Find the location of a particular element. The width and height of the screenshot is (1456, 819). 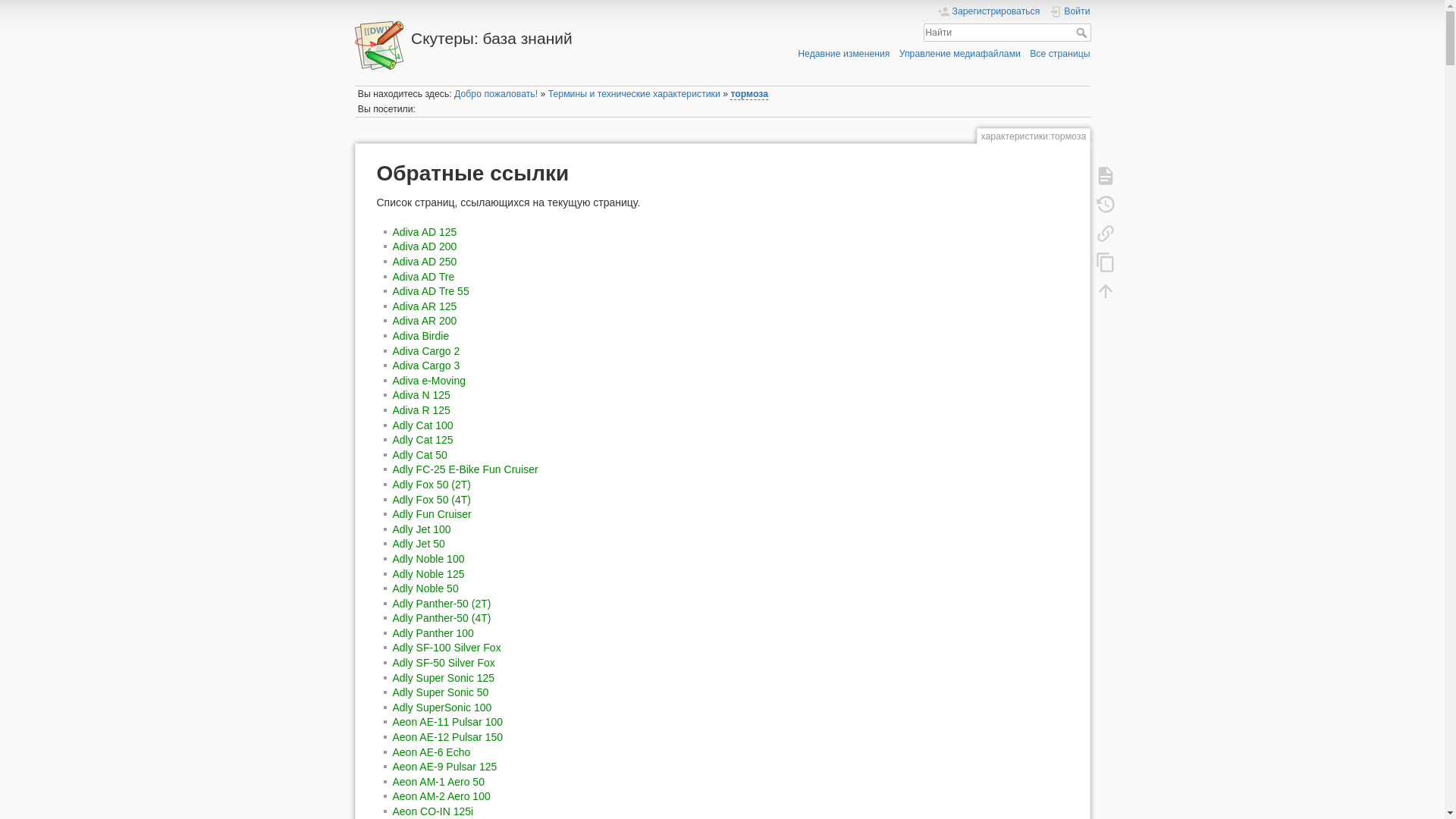

'Adiva Cargo 2' is located at coordinates (425, 350).